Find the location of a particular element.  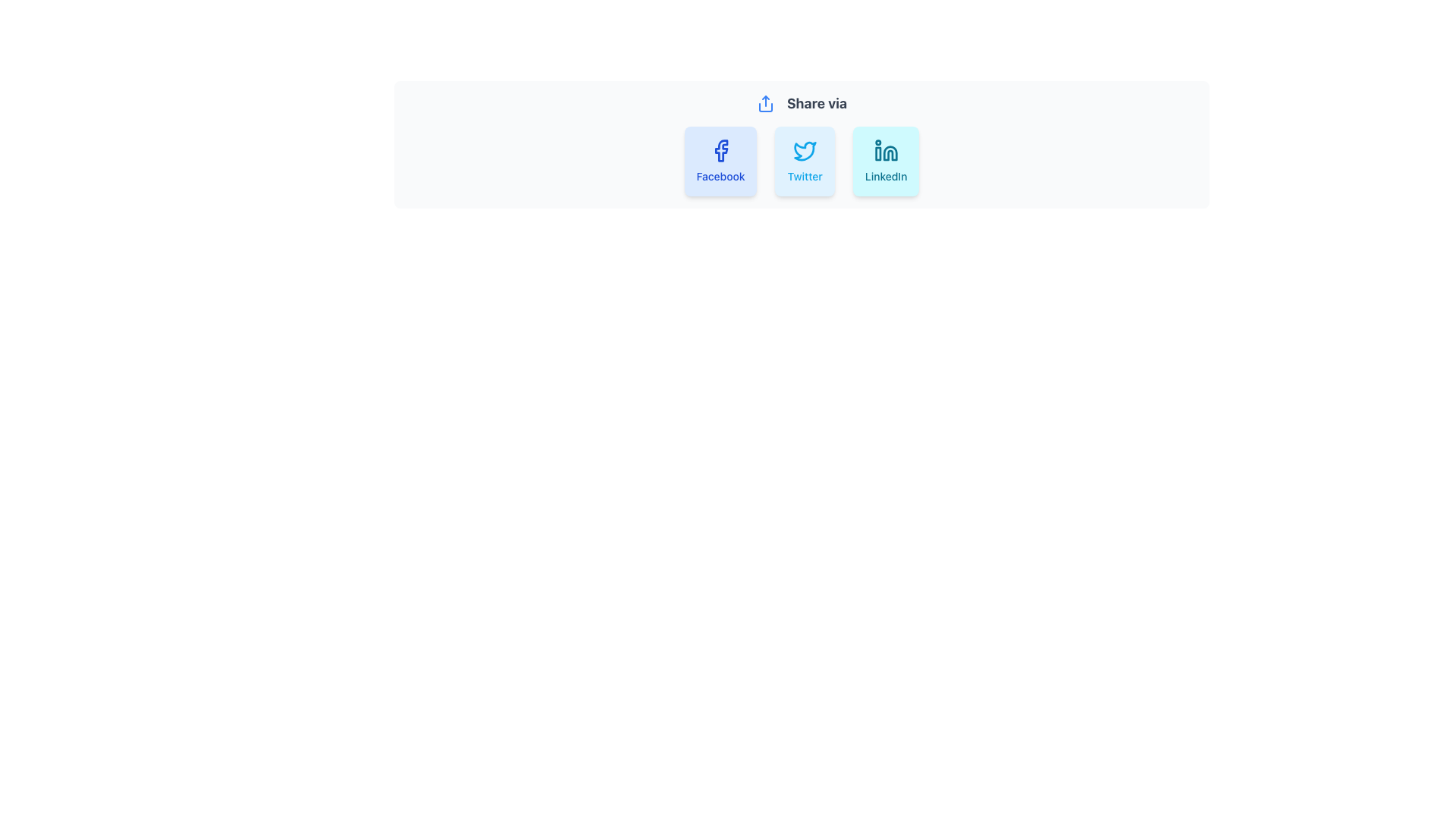

the Facebook icon, which is a minimalistic blue-toned graphical depiction located within the 'Share via' section as the left-most button is located at coordinates (720, 151).